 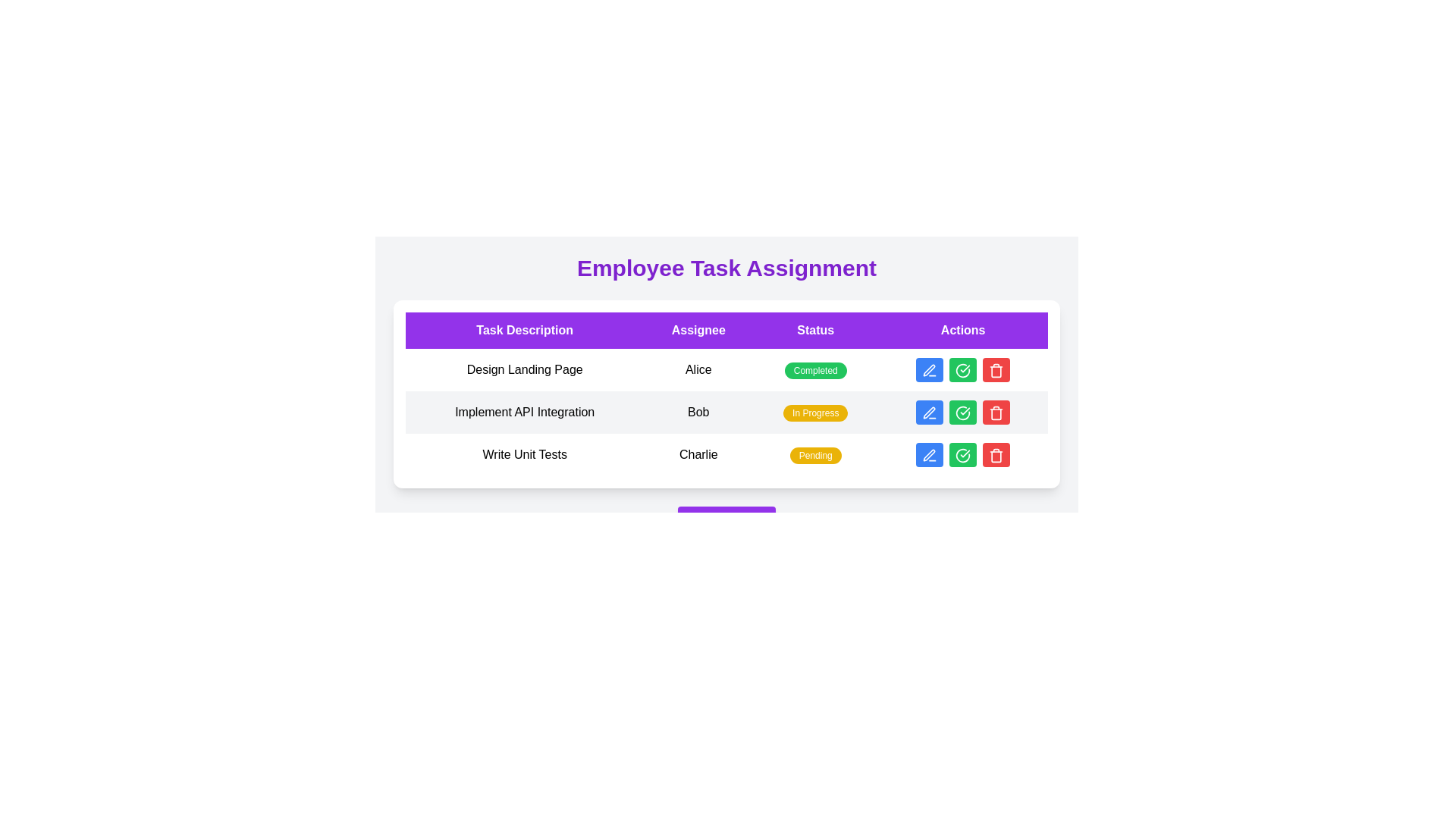 I want to click on the Text label header 'Assignee', which is a purple rectangular box containing white text, located in the grid header row between 'Task Description' and 'Status', so click(x=698, y=329).